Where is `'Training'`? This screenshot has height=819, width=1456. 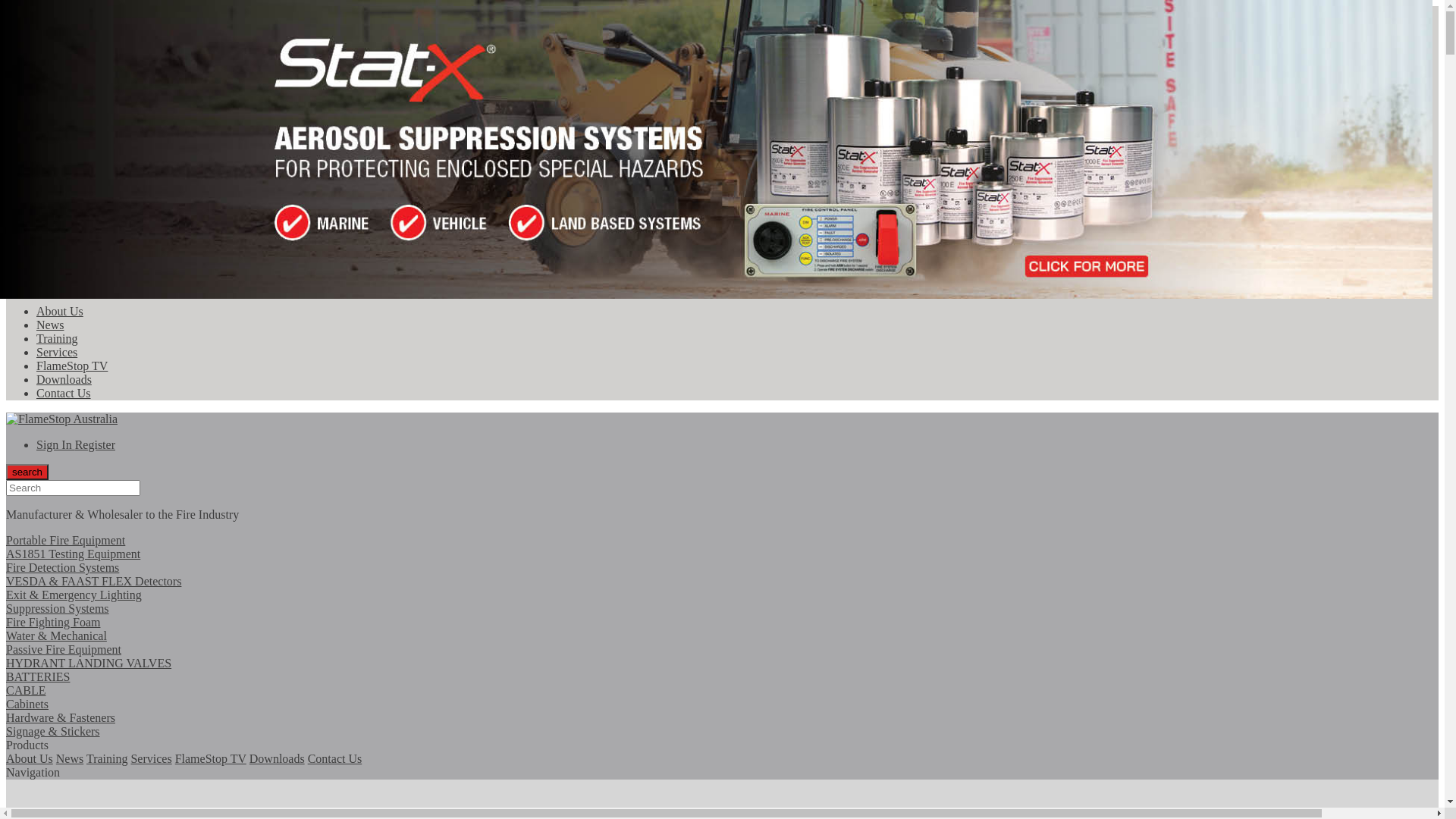 'Training' is located at coordinates (57, 337).